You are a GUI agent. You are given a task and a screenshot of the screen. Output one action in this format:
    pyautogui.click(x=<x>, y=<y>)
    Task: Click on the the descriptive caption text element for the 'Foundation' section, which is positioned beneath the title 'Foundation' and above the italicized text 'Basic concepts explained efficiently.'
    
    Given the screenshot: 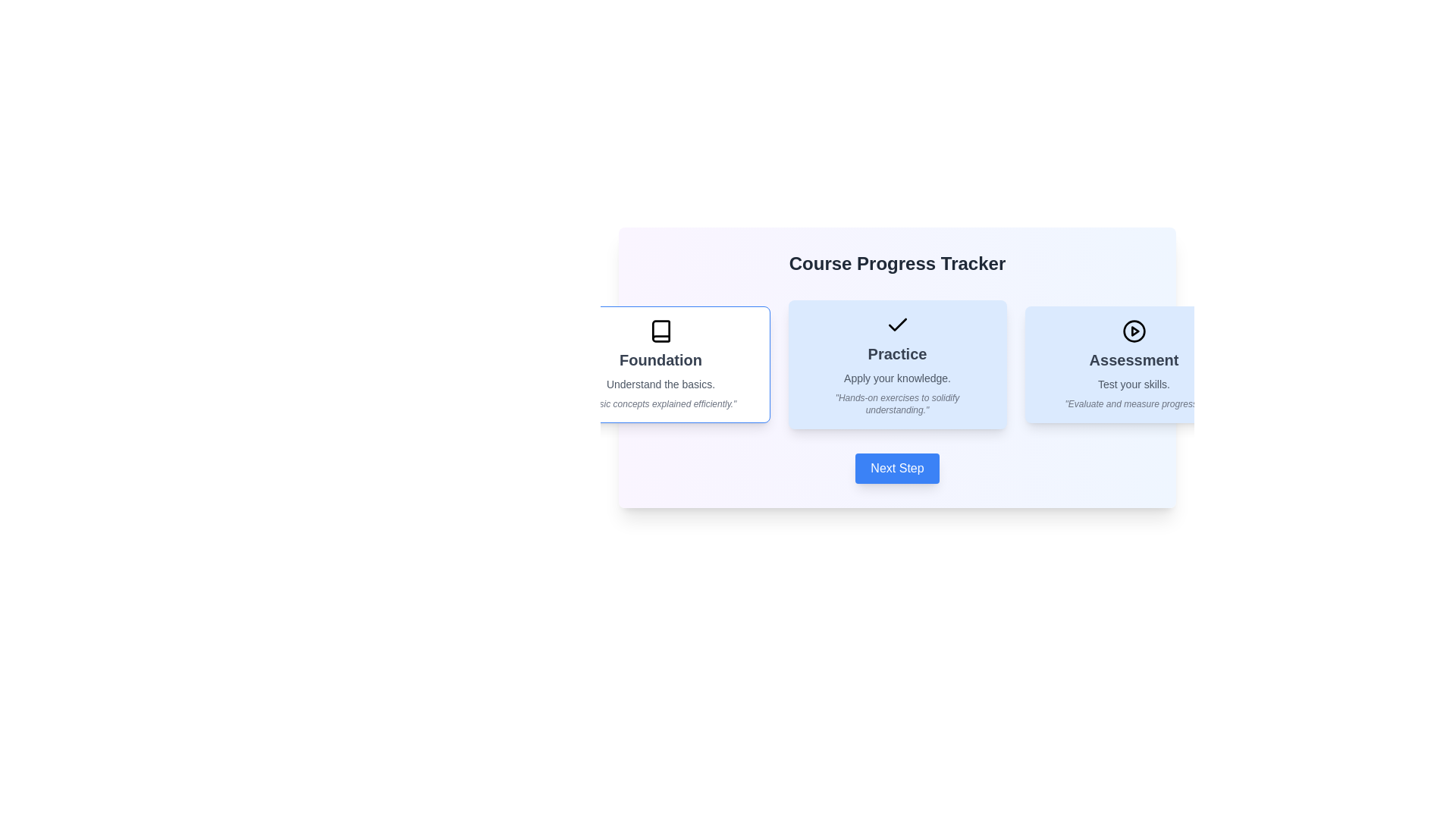 What is the action you would take?
    pyautogui.click(x=661, y=383)
    